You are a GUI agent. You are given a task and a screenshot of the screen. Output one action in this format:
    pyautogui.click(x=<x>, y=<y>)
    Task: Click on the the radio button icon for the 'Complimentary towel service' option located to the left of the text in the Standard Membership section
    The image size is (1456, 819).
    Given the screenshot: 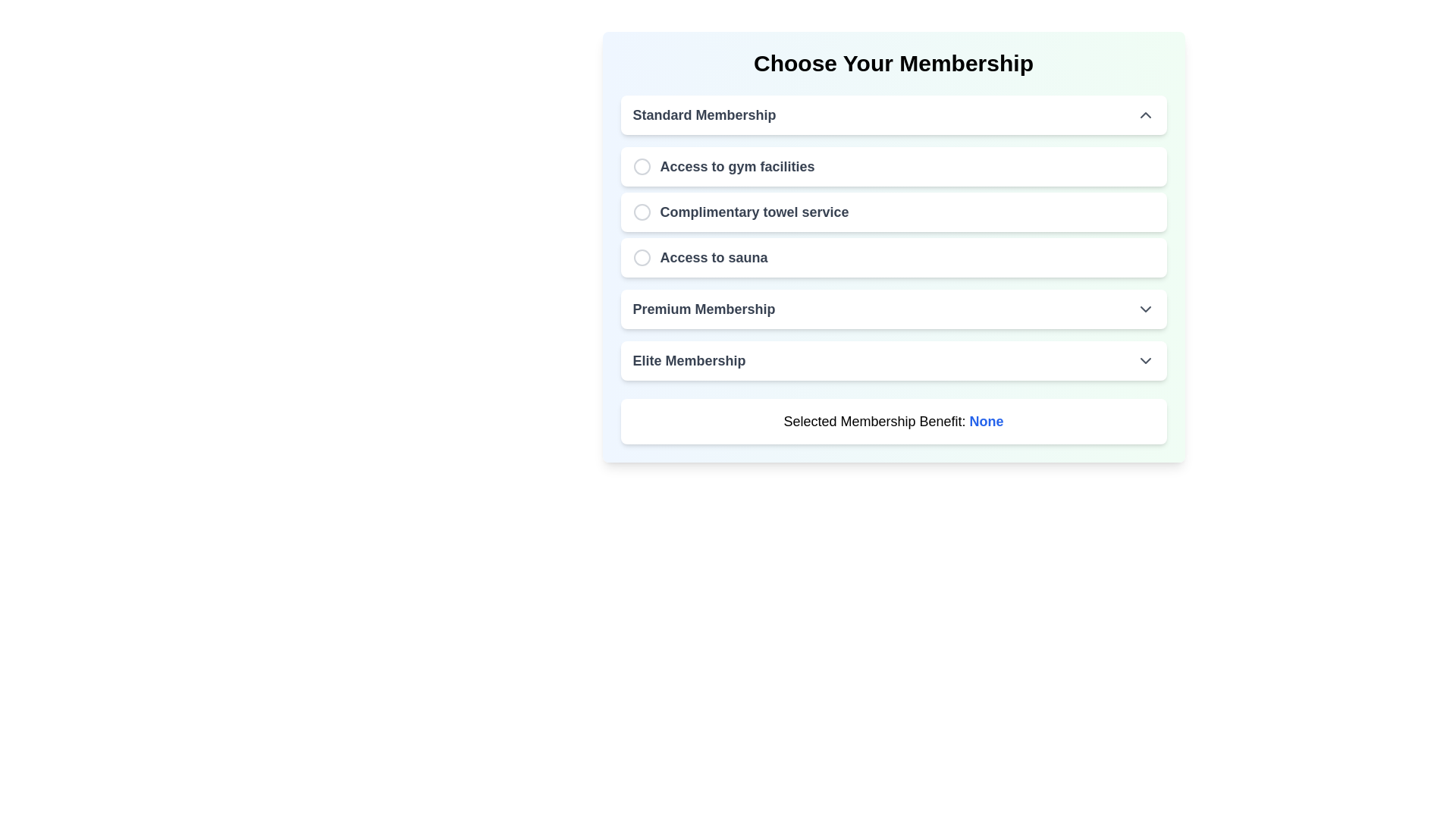 What is the action you would take?
    pyautogui.click(x=642, y=212)
    